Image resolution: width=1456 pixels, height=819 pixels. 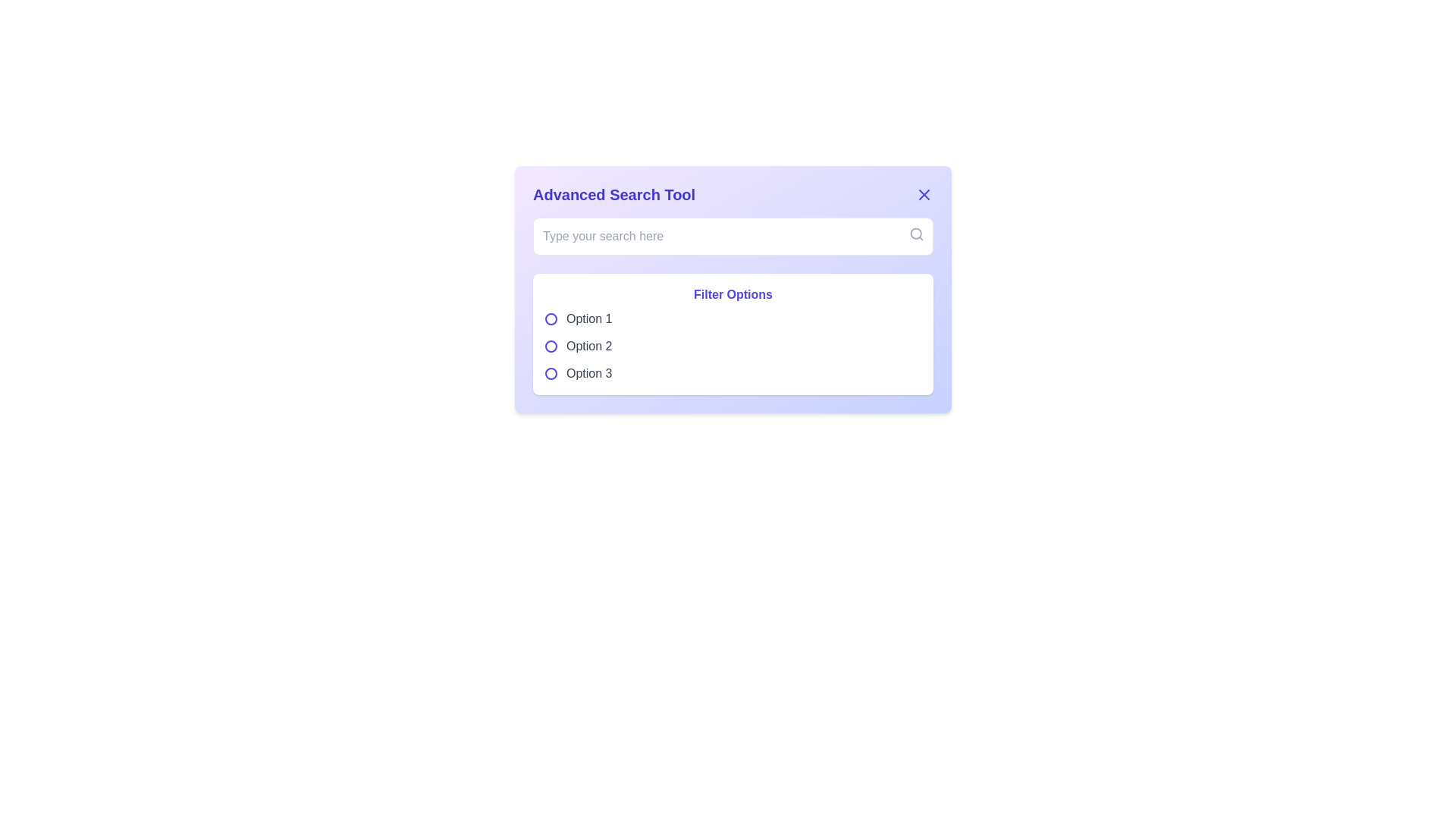 What do you see at coordinates (915, 234) in the screenshot?
I see `the circular lens of the magnifying glass icon, which represents the search functionality, located at the far right of the search input field` at bounding box center [915, 234].